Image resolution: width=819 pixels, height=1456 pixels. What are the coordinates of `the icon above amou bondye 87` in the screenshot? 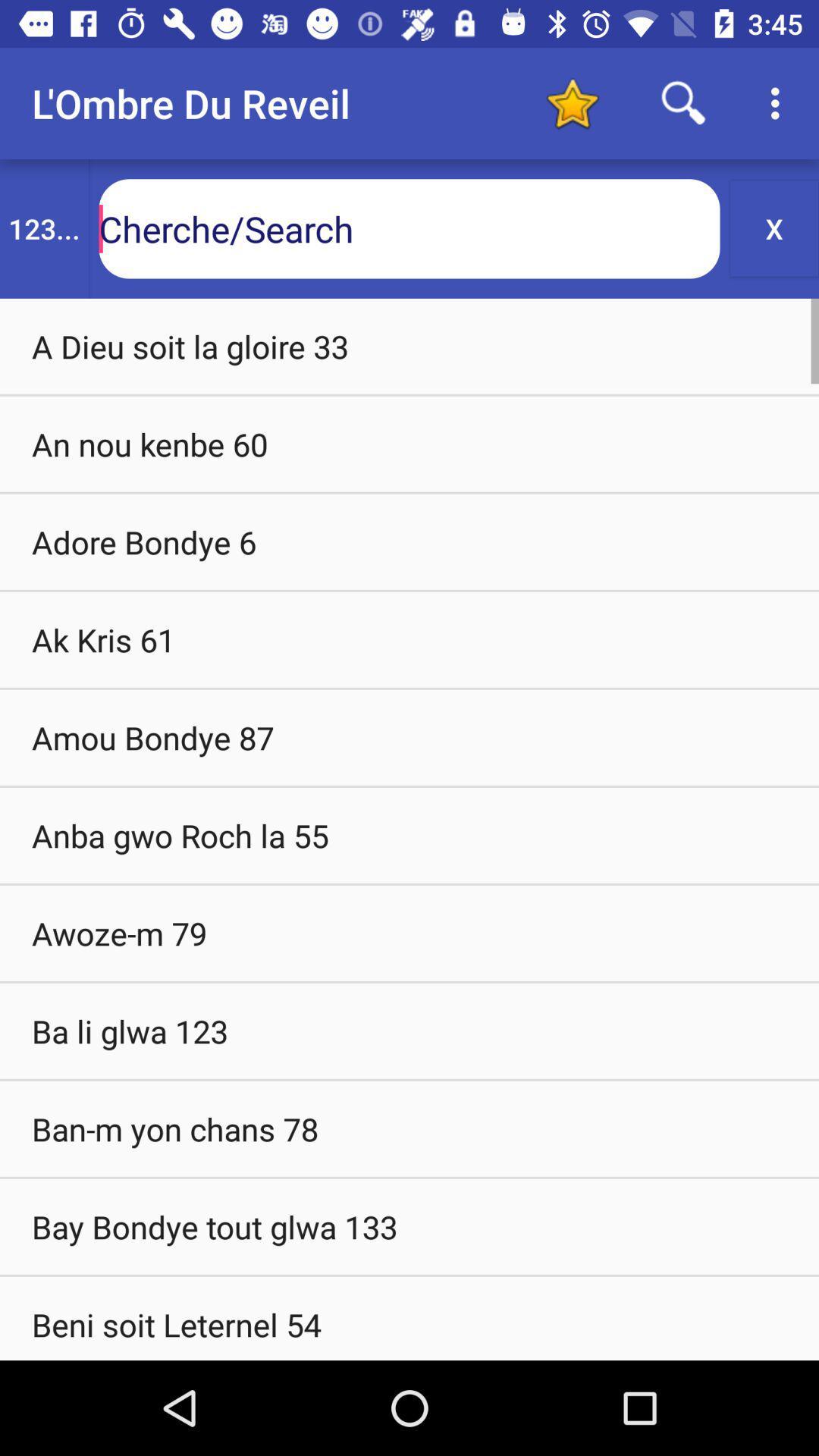 It's located at (409, 639).